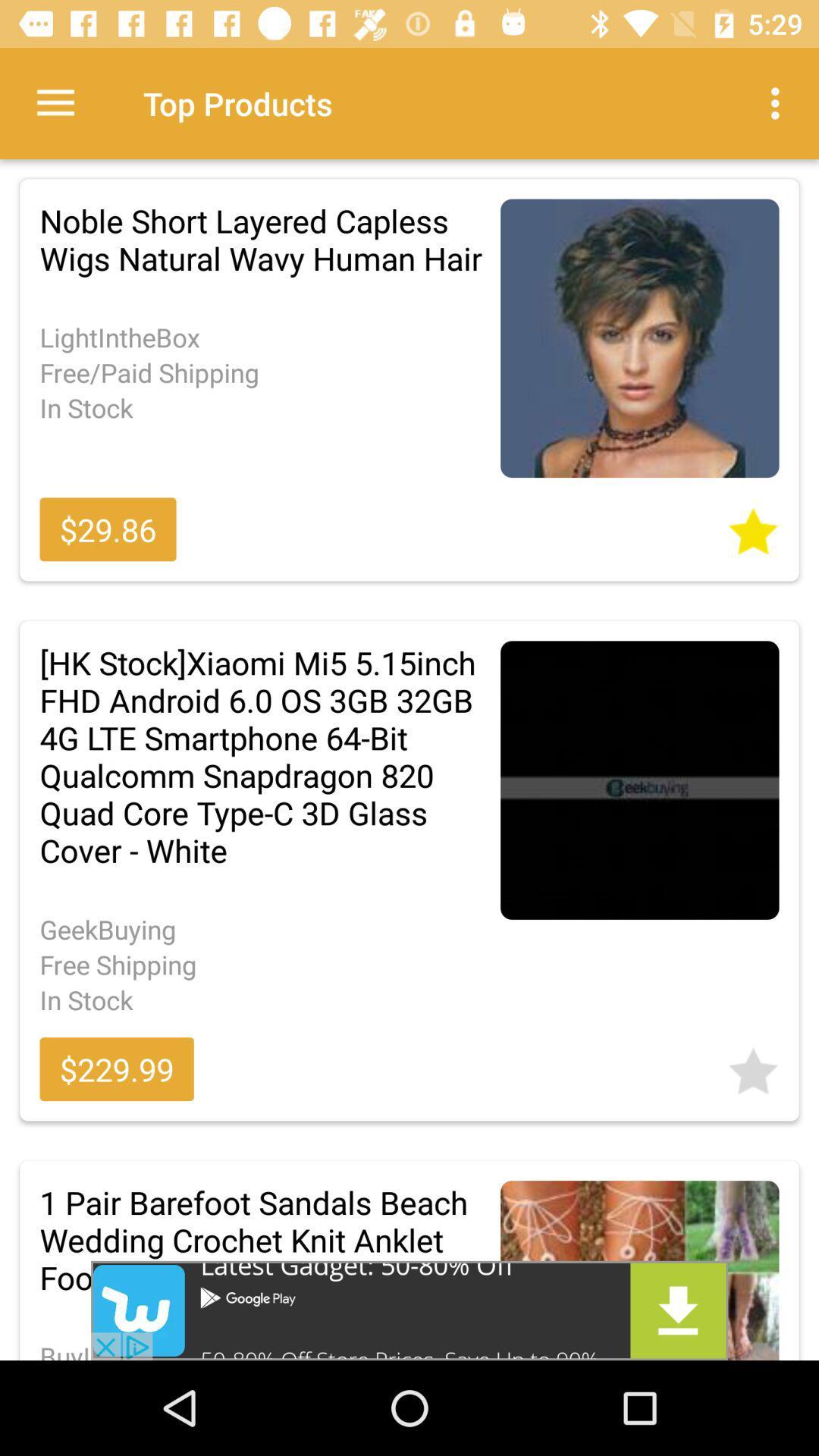  What do you see at coordinates (753, 526) in the screenshot?
I see `button` at bounding box center [753, 526].